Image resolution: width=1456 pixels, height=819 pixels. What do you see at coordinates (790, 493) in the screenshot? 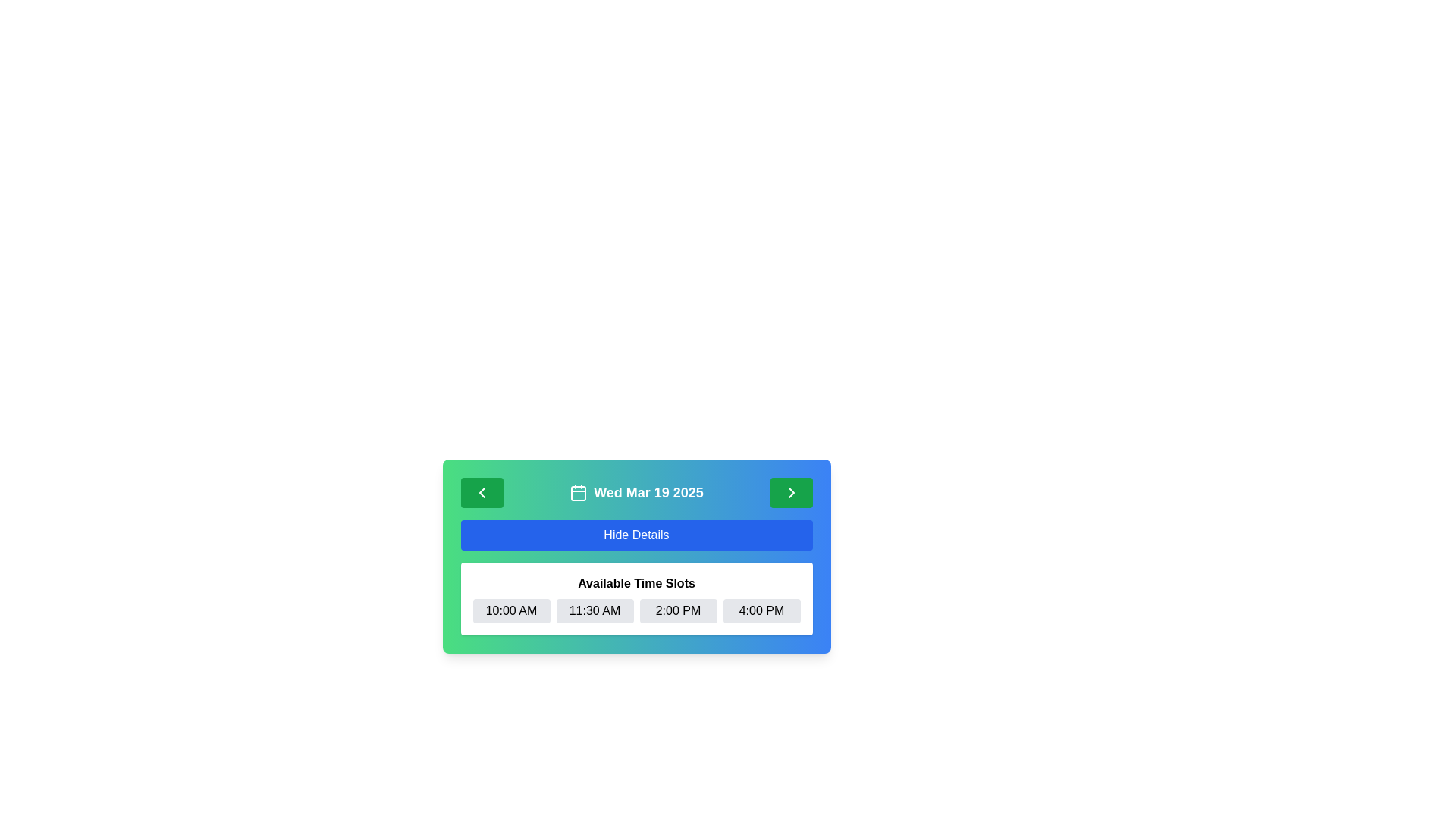
I see `the right-pointing chevron icon, which is white on a green circular background, located prominently to the right of the date display in the top right corner of the calendar widget` at bounding box center [790, 493].